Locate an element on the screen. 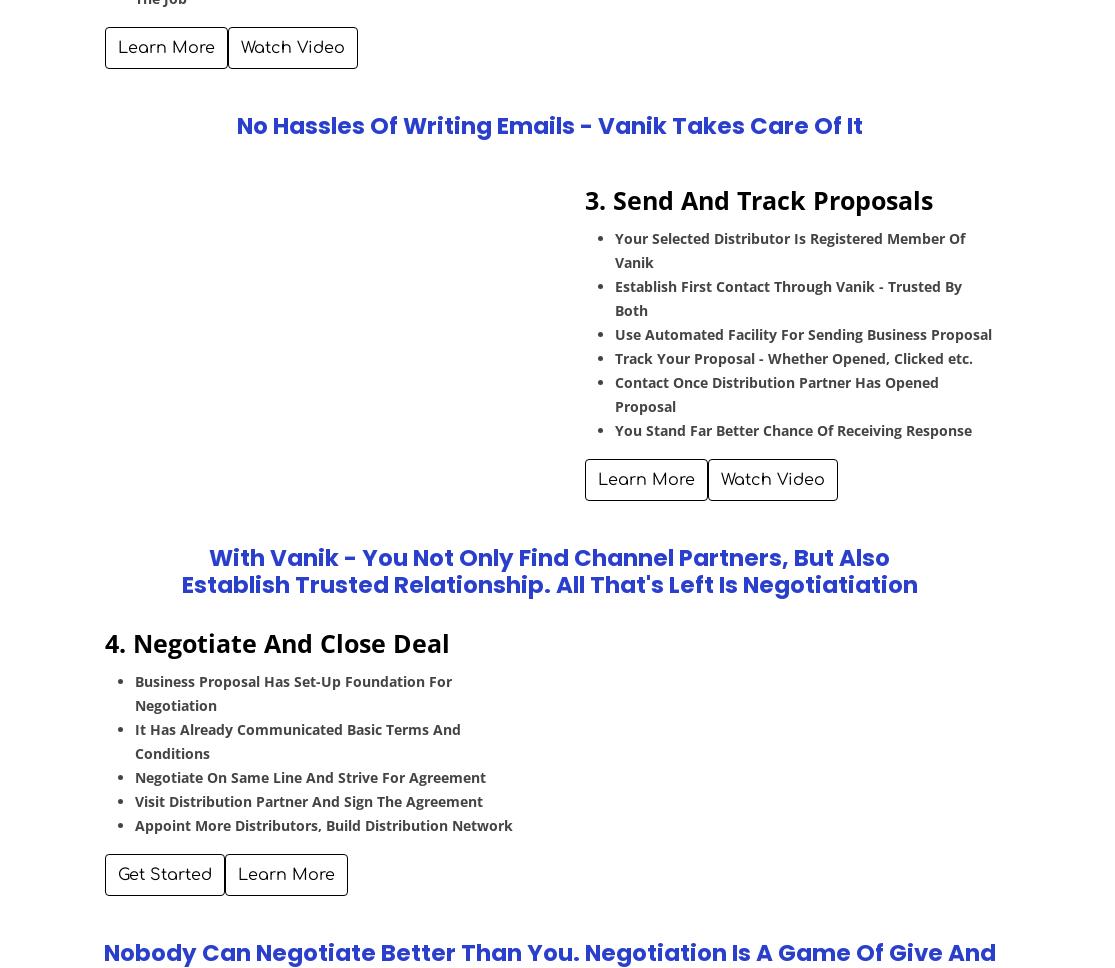 Image resolution: width=1115 pixels, height=968 pixels. 'Your Selected Distributor Is Registered Member Of Vanik' is located at coordinates (788, 249).